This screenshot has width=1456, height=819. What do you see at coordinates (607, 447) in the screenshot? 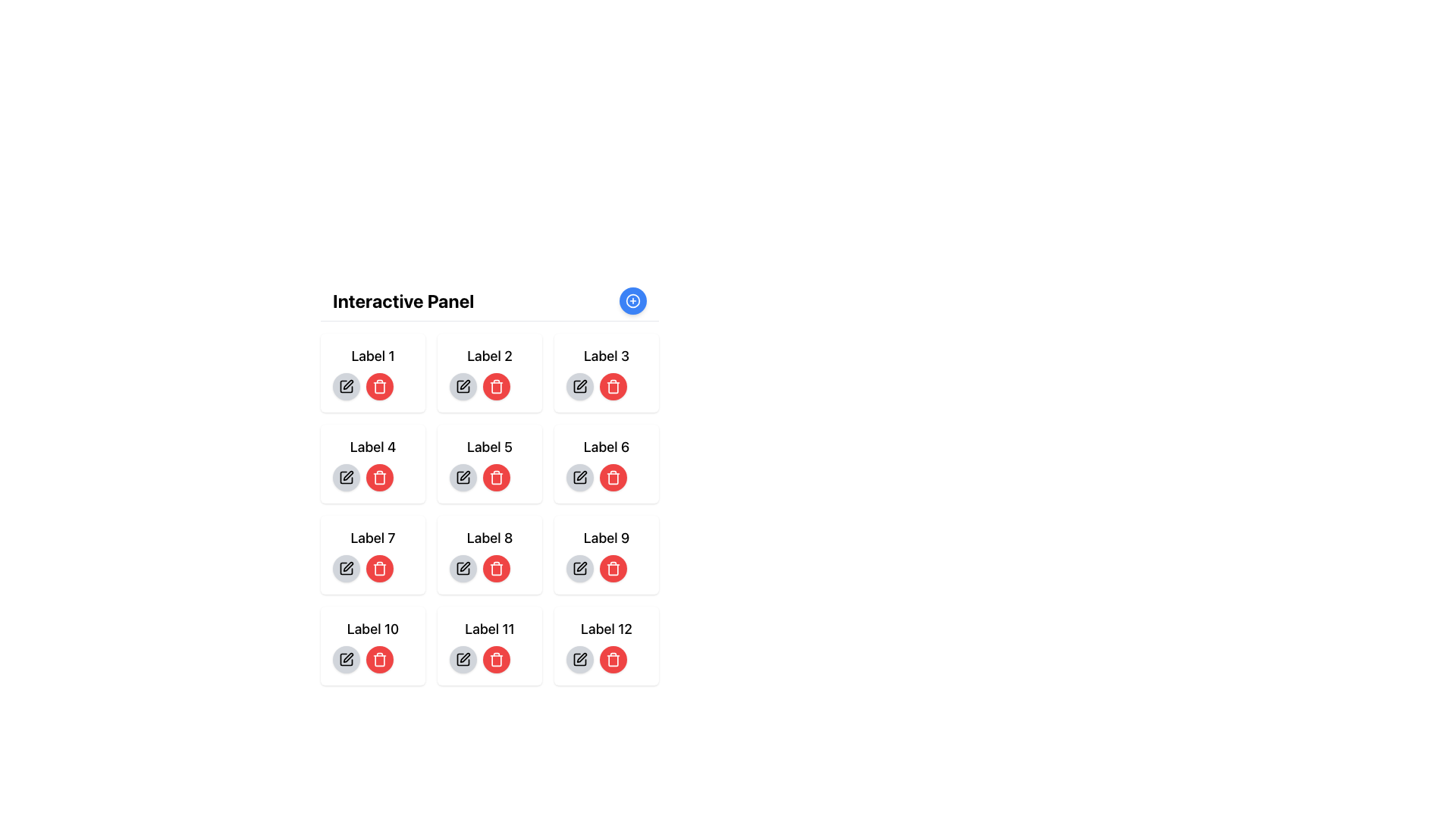
I see `the text label displaying 'Label 6', which is located in the third column of the second row under the header 'Interactive Panel'` at bounding box center [607, 447].